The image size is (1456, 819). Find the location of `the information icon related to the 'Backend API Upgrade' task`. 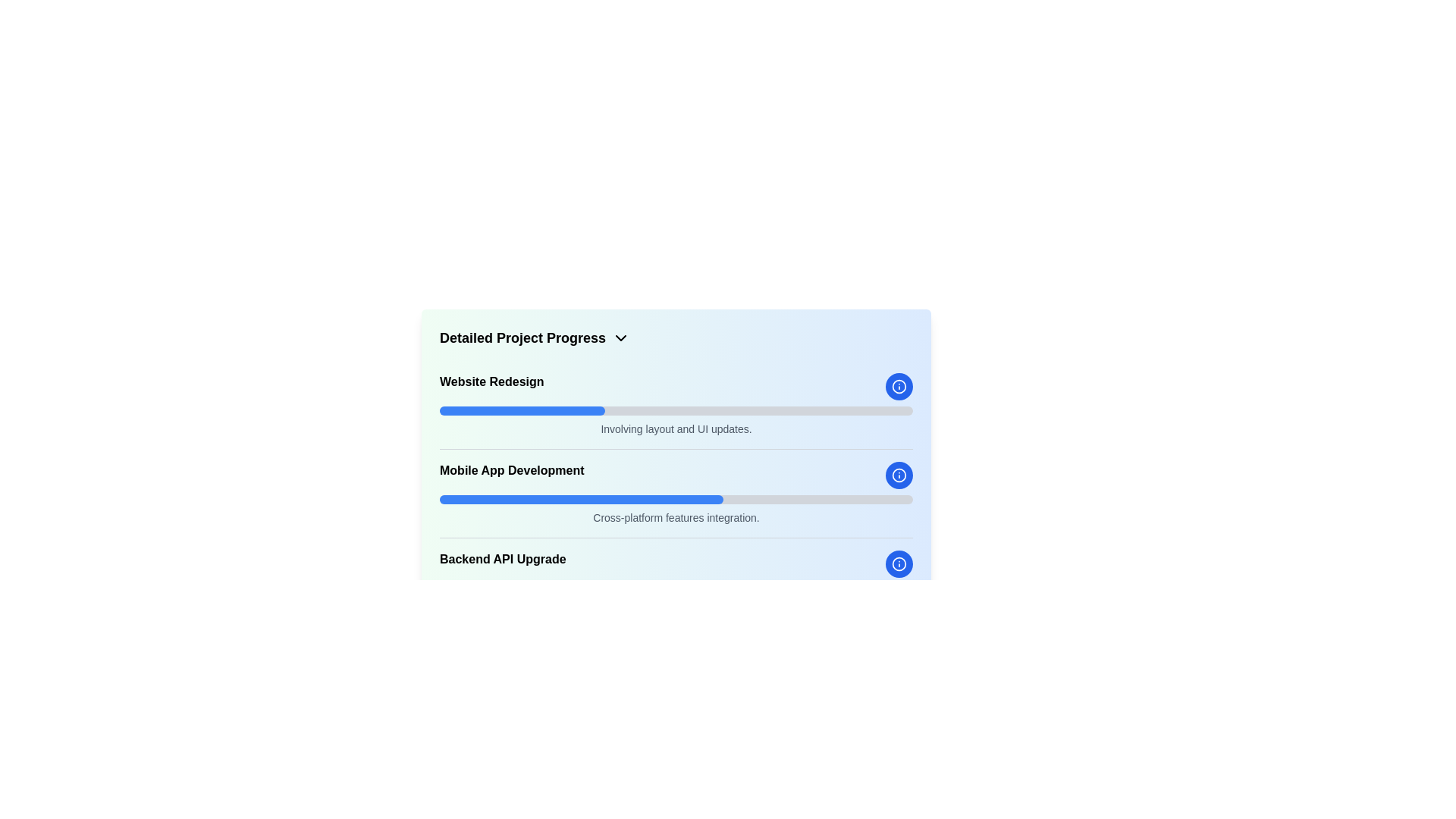

the information icon related to the 'Backend API Upgrade' task is located at coordinates (899, 564).